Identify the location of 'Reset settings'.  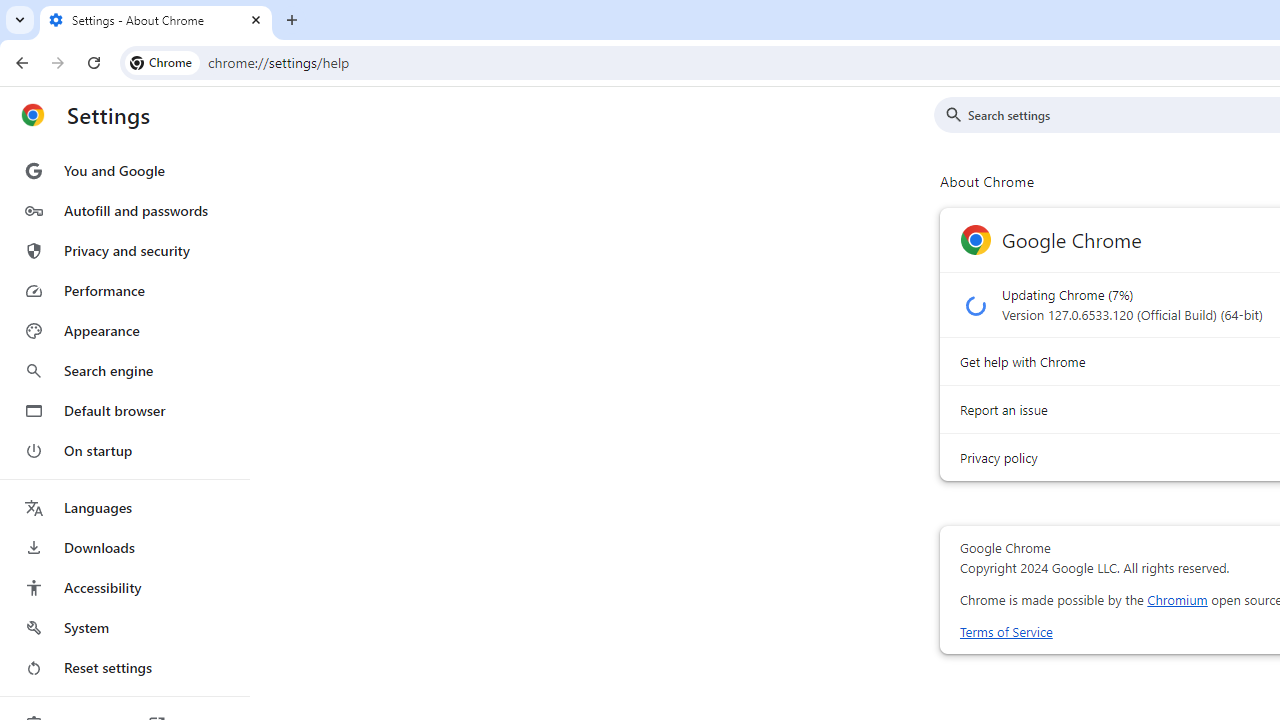
(123, 668).